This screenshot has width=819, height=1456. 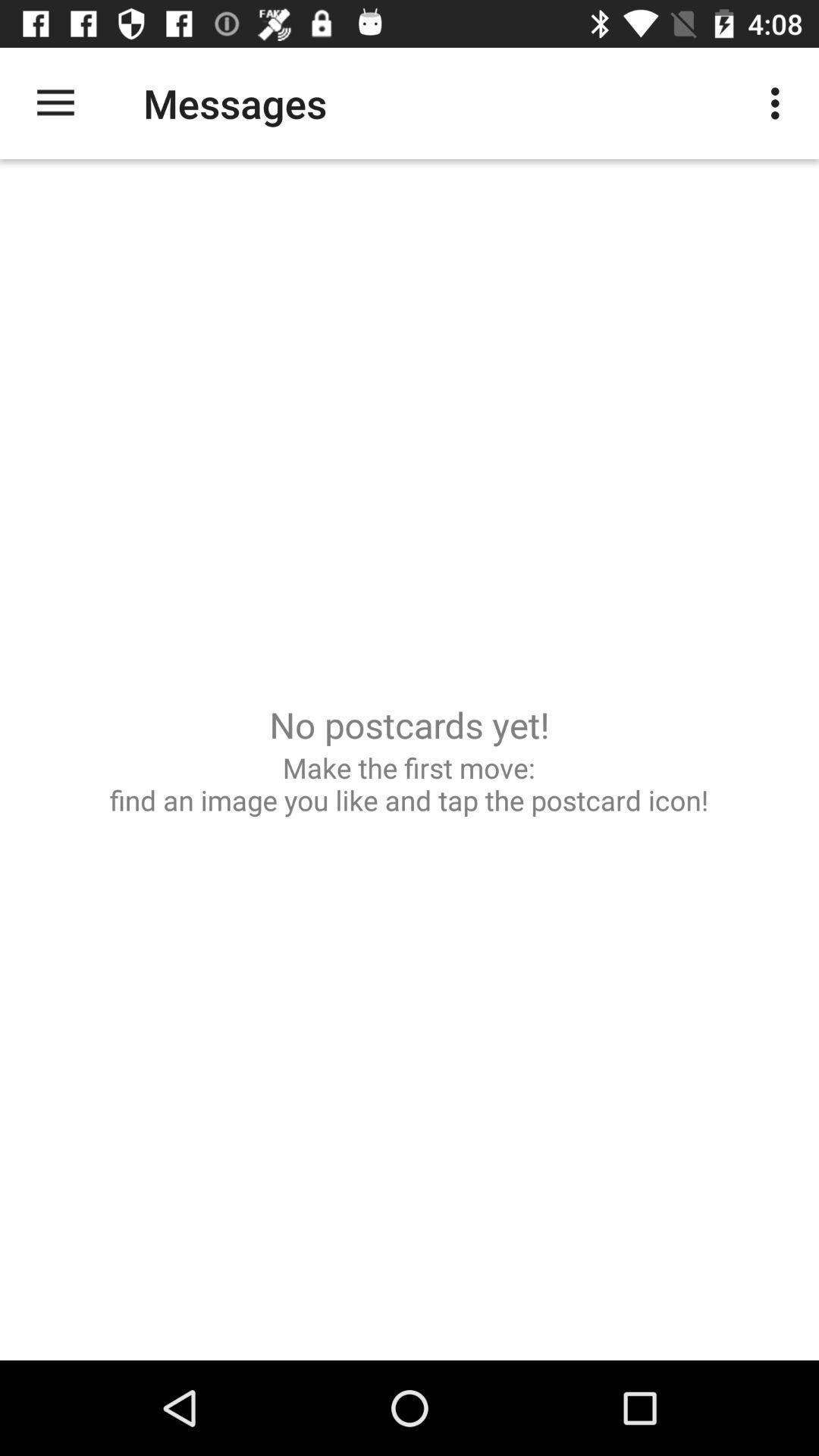 What do you see at coordinates (55, 102) in the screenshot?
I see `the icon to the left of the messages` at bounding box center [55, 102].